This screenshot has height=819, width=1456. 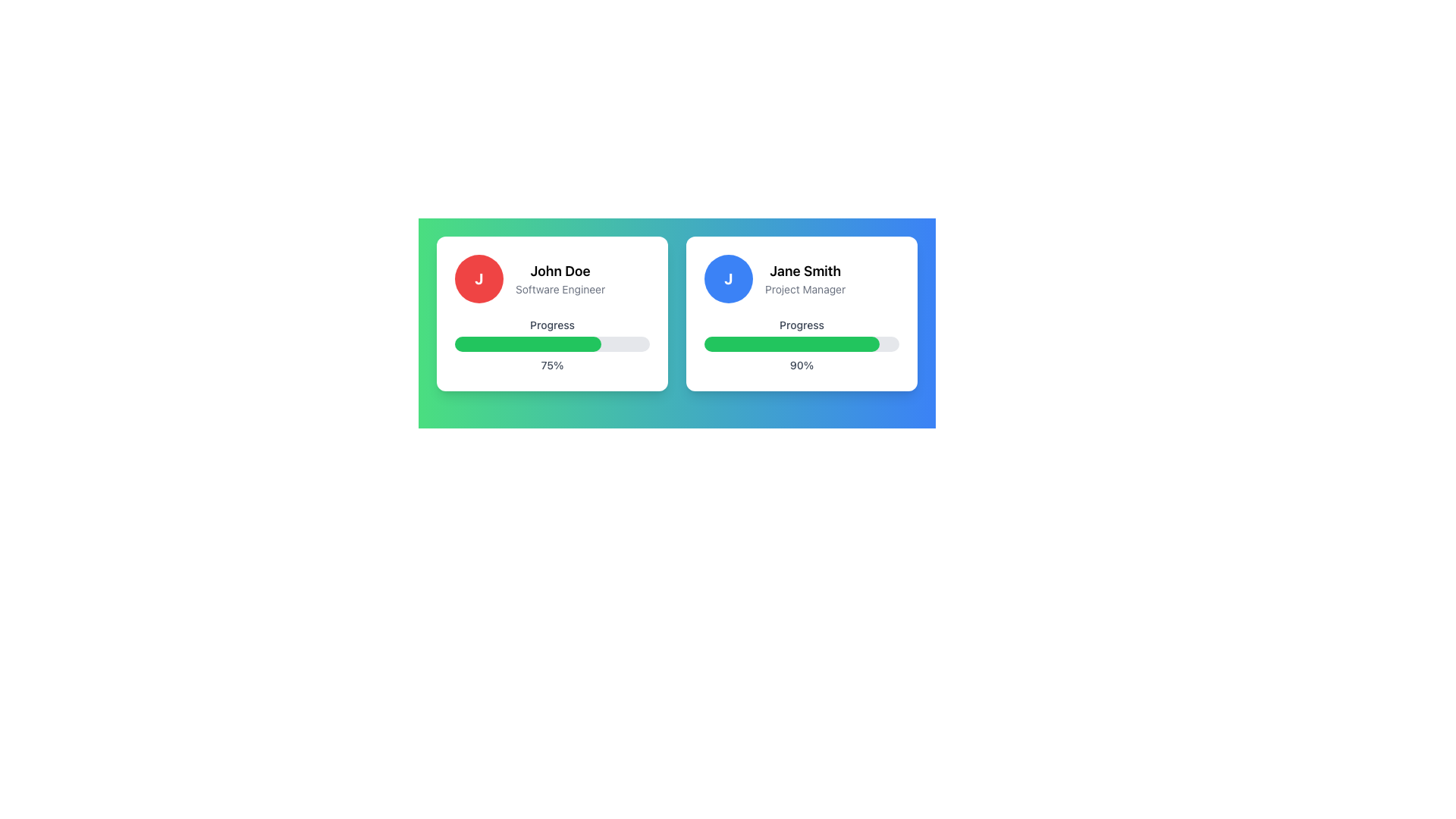 What do you see at coordinates (801, 278) in the screenshot?
I see `the Profile Summary Section located` at bounding box center [801, 278].